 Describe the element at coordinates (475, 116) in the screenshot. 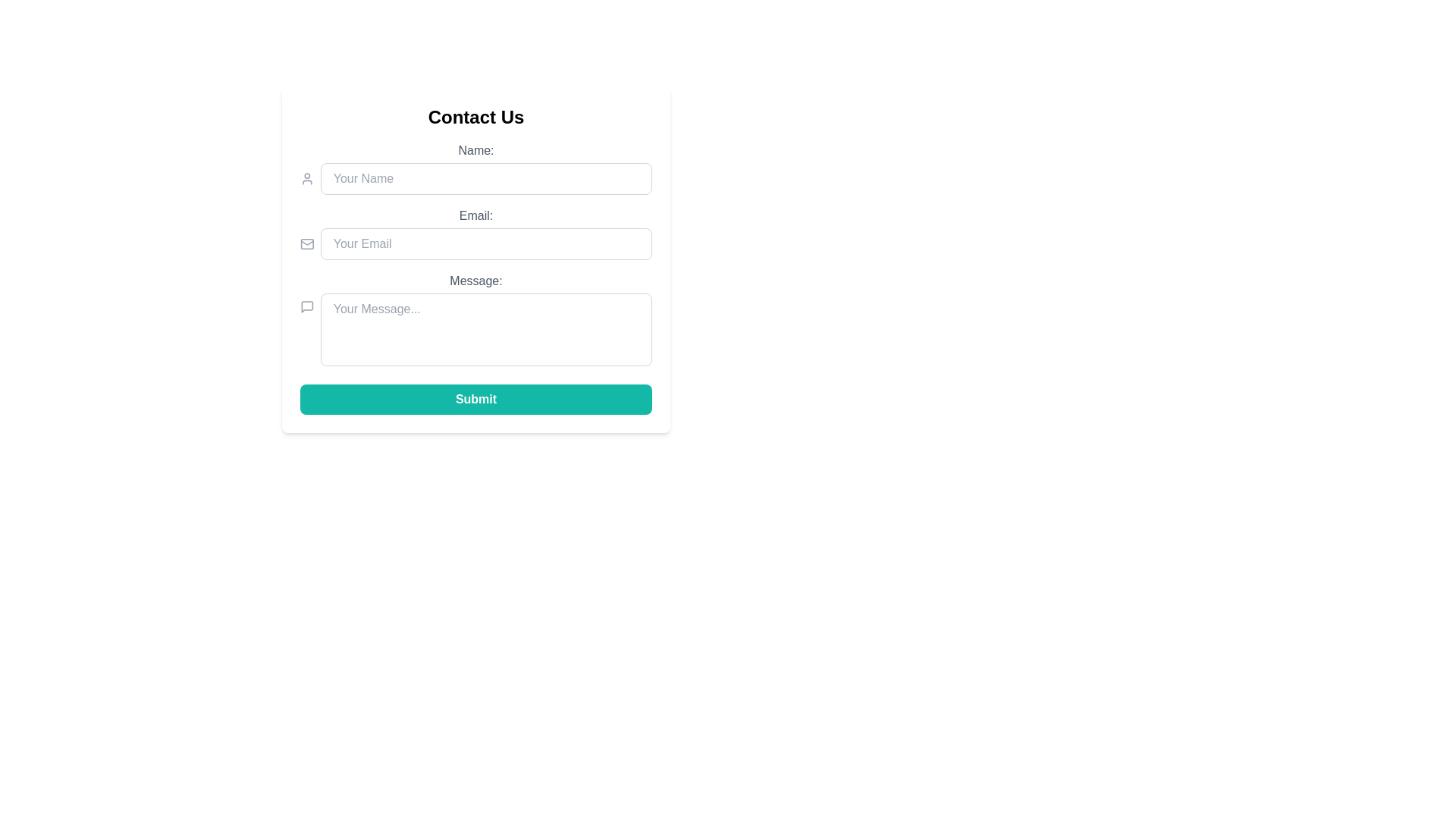

I see `heading of the contact form located at the top portion of the layout, which is horizontally centered and serves as the title for the input fields` at that location.